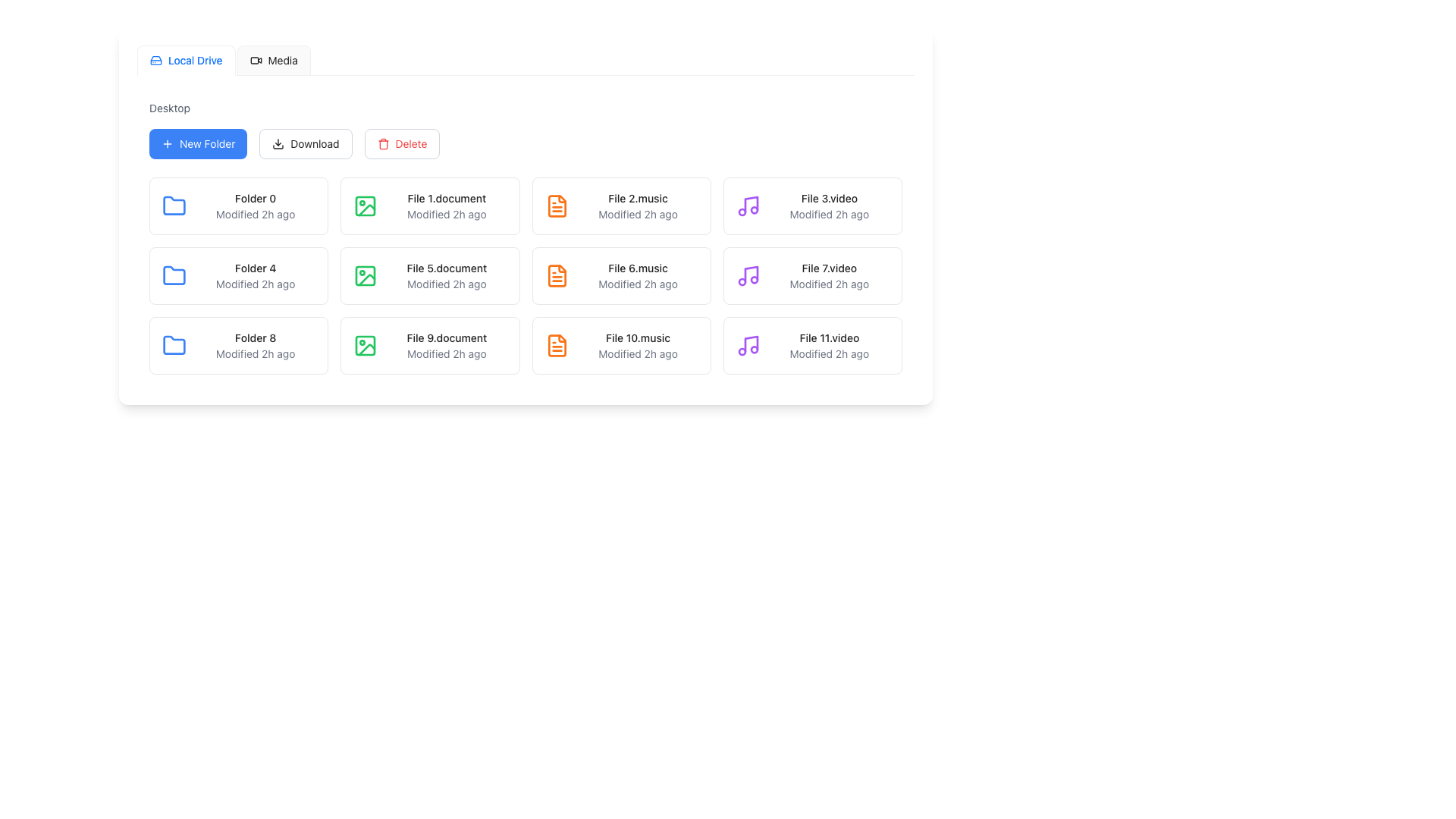 This screenshot has width=1456, height=819. Describe the element at coordinates (174, 275) in the screenshot. I see `the blue folder icon located in the 'Desktop' section, specifically to the left of the text 'Folder 4 Modified 2h ago'` at that location.